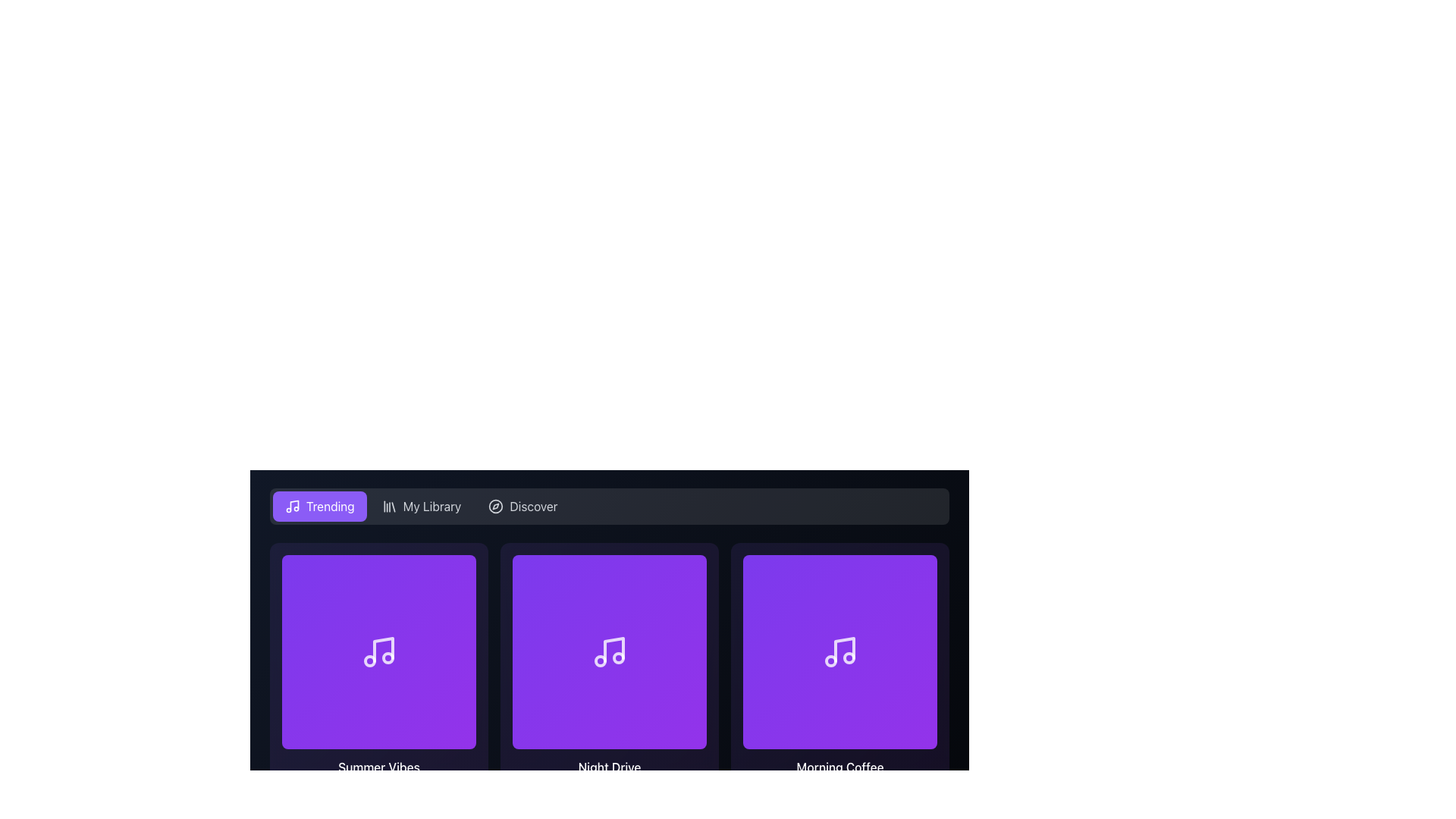  I want to click on the 'My Library' button, which is the middle button in a row of three navigation buttons, so click(422, 506).